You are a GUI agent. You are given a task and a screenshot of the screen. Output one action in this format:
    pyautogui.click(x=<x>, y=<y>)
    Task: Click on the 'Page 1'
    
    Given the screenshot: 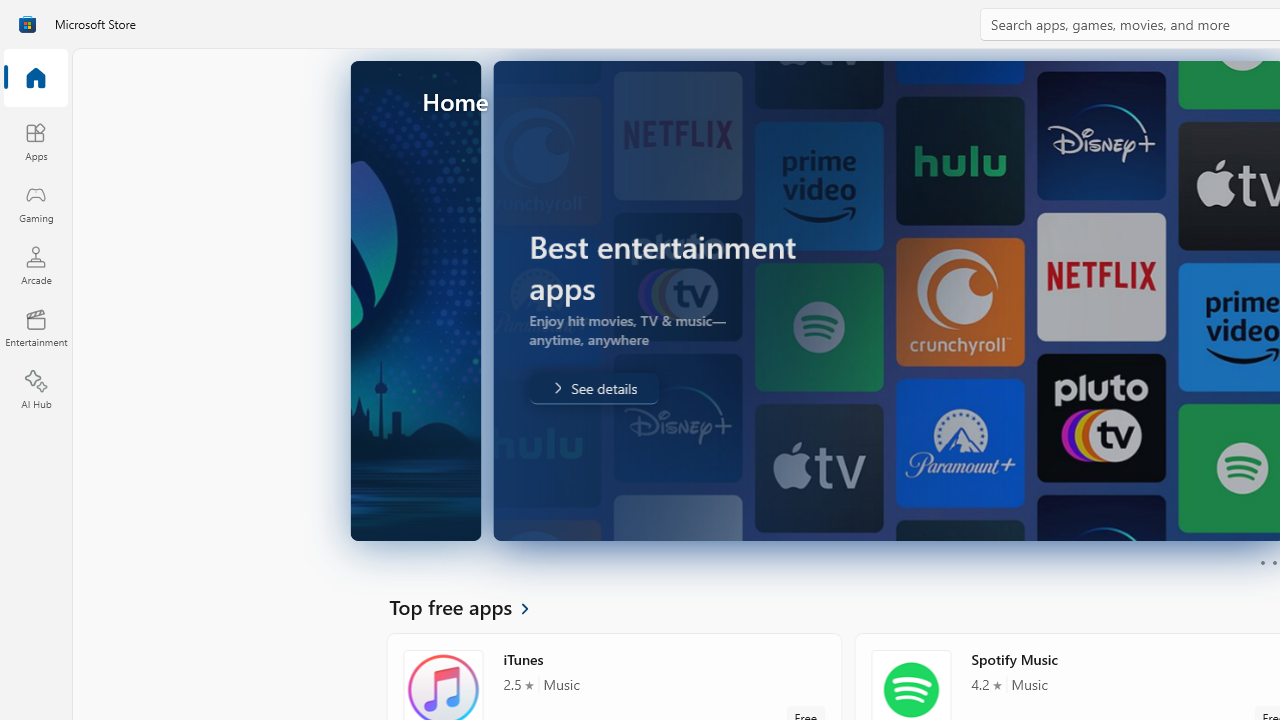 What is the action you would take?
    pyautogui.click(x=1261, y=563)
    